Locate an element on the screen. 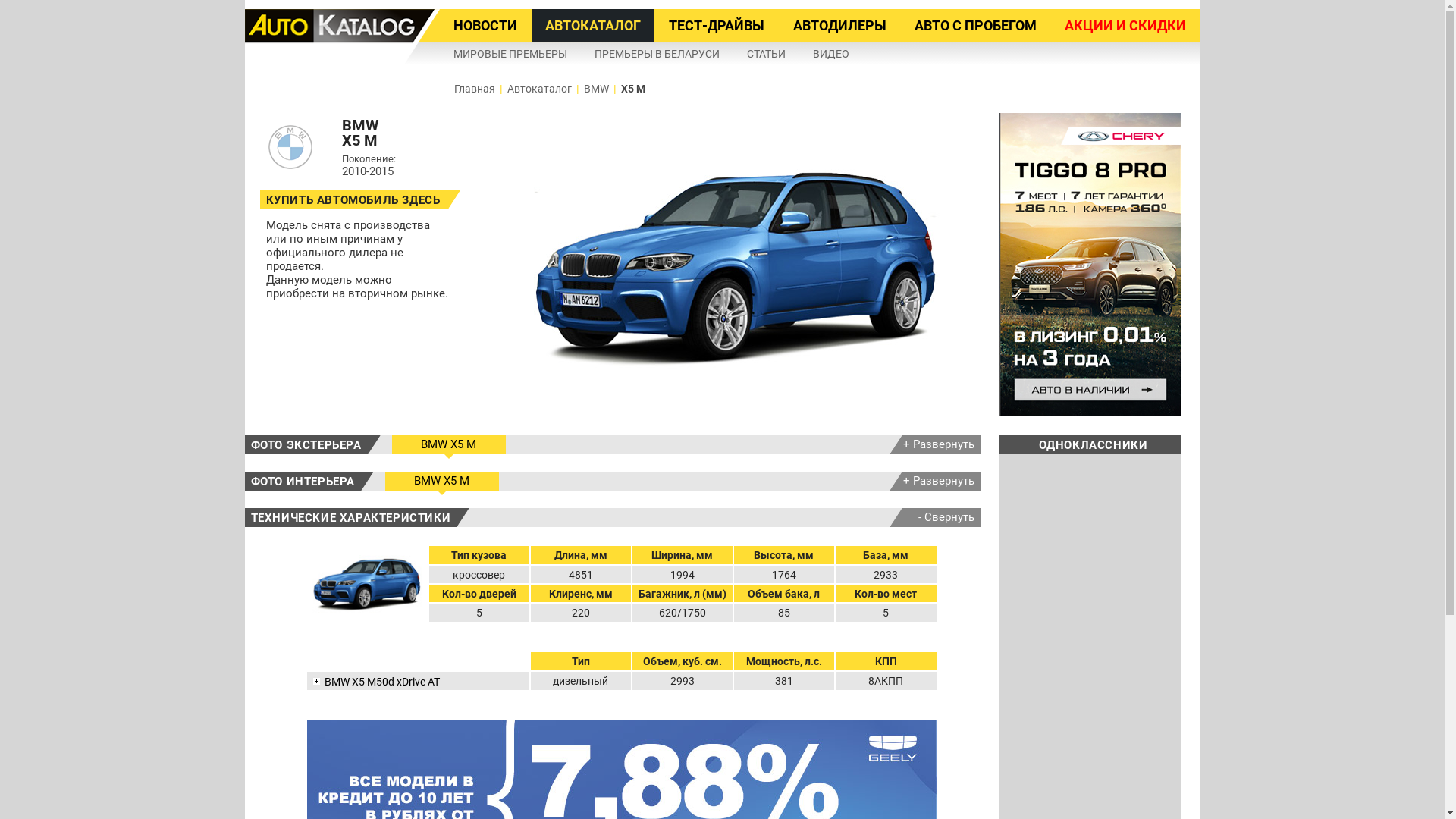 This screenshot has width=1456, height=819. 'BMW' is located at coordinates (595, 88).